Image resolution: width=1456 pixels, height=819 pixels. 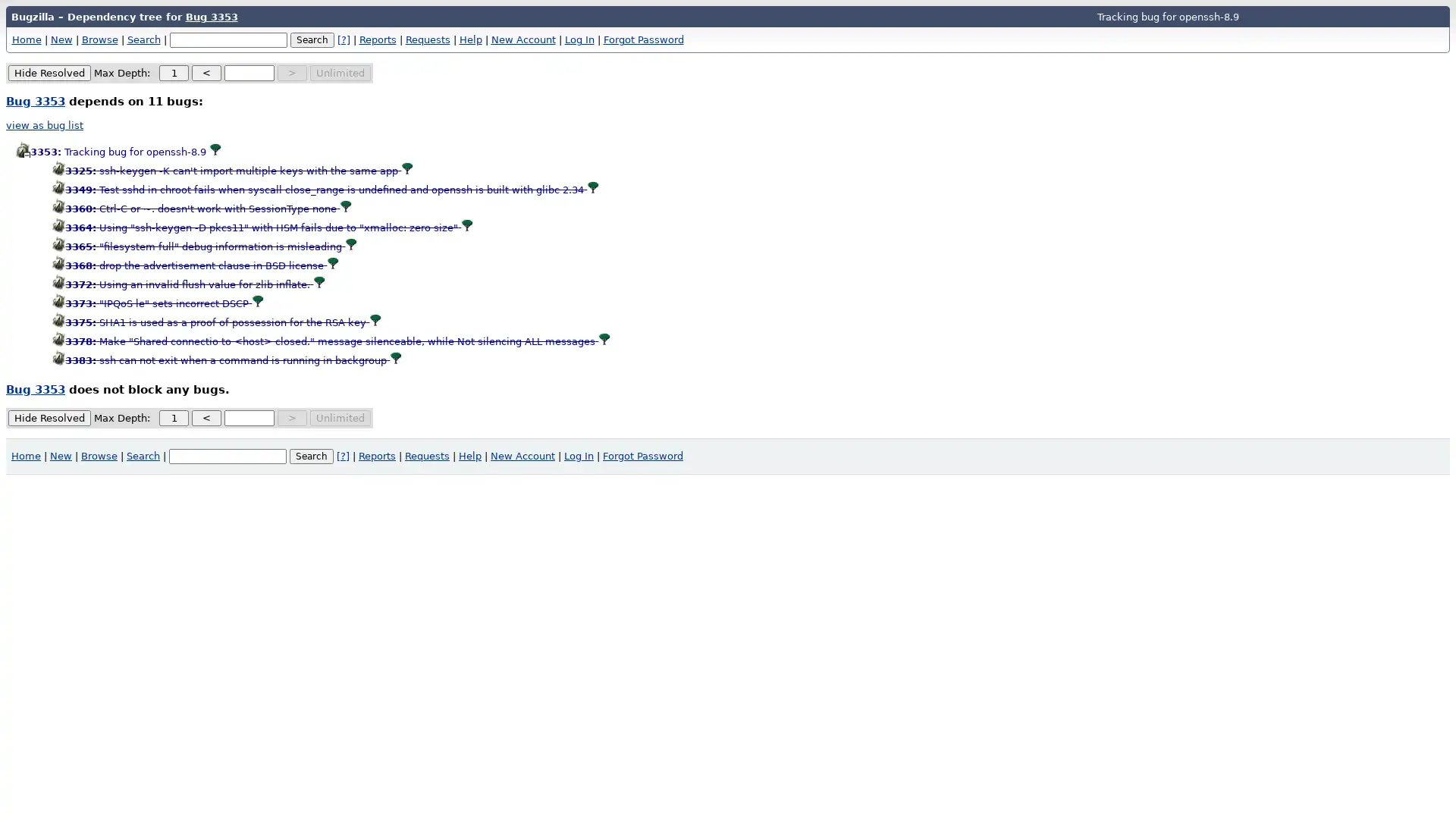 What do you see at coordinates (49, 417) in the screenshot?
I see `Hide Resolved` at bounding box center [49, 417].